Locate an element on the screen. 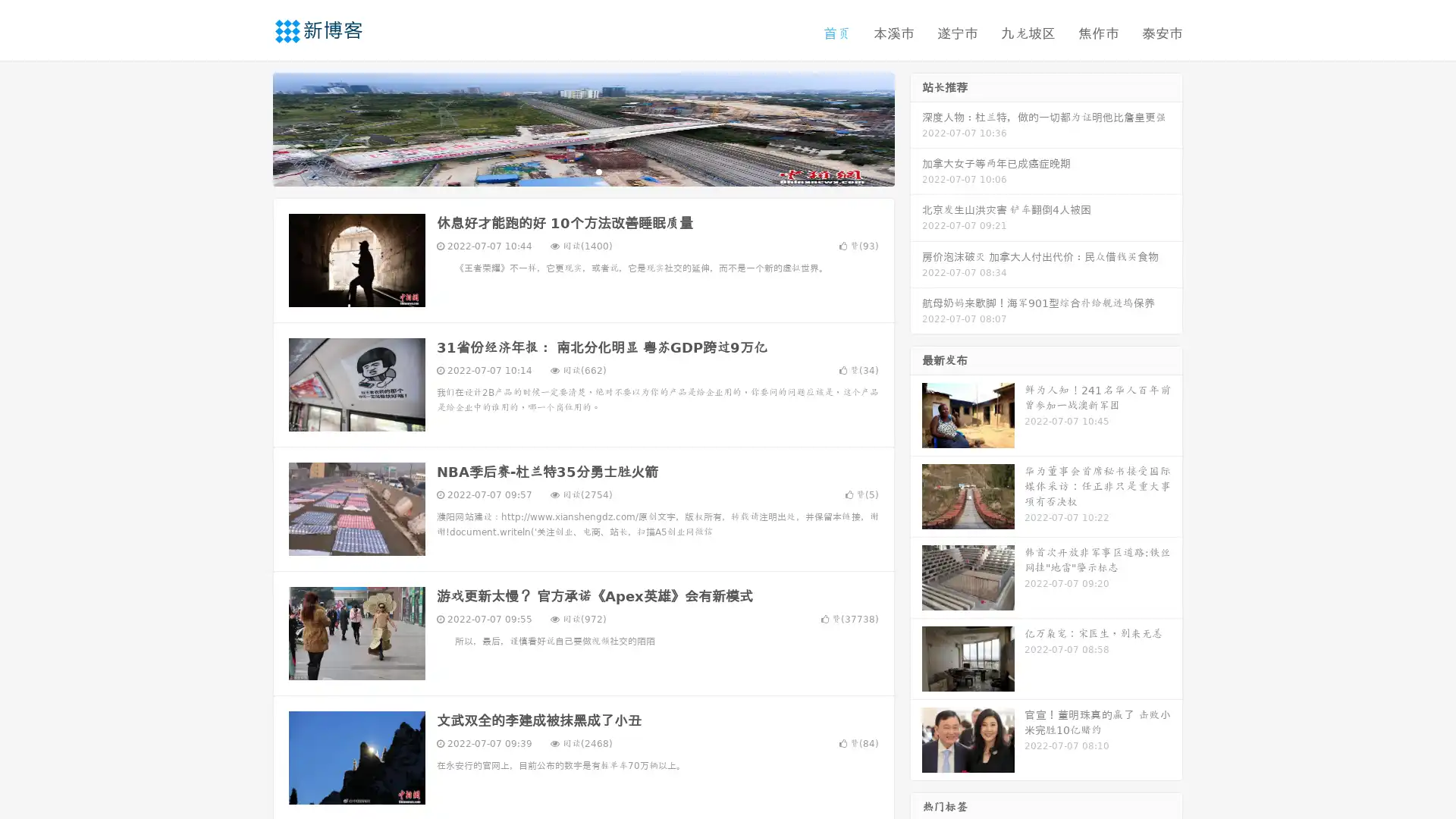 The image size is (1456, 819). Previous slide is located at coordinates (250, 127).